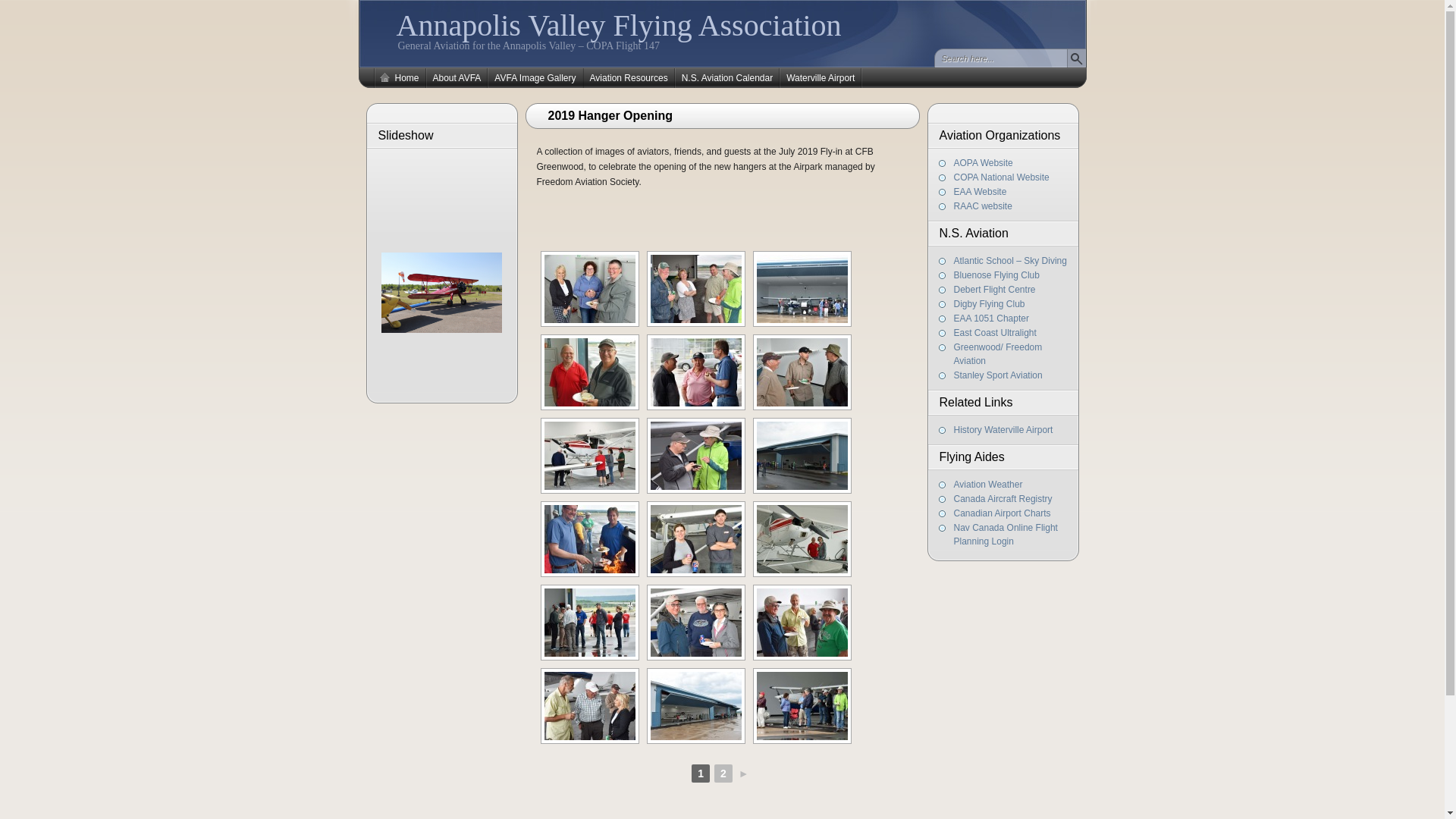  I want to click on 'Waterville Airport', so click(819, 78).